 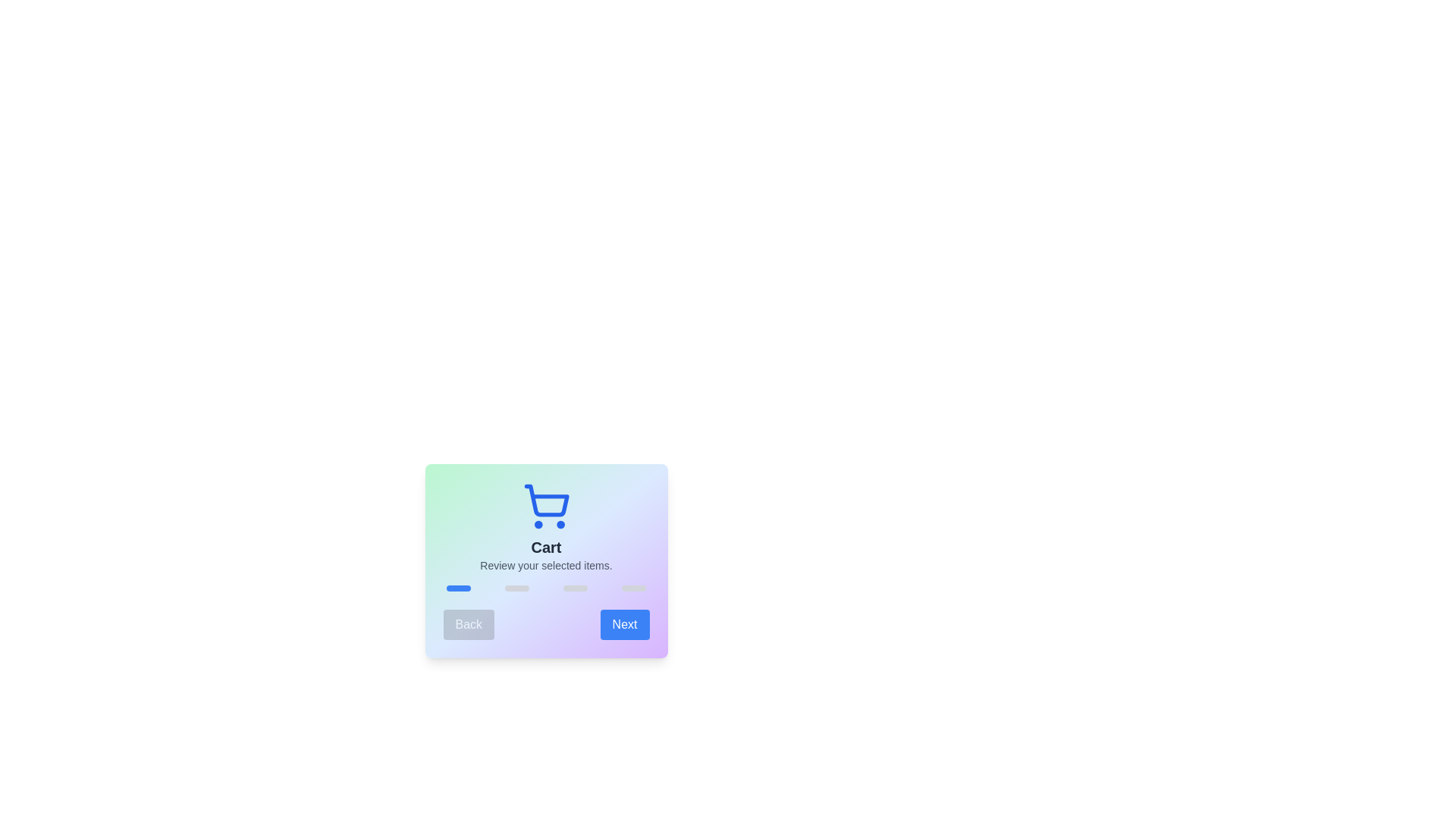 I want to click on the 'Next' button to proceed to the next step, so click(x=625, y=625).